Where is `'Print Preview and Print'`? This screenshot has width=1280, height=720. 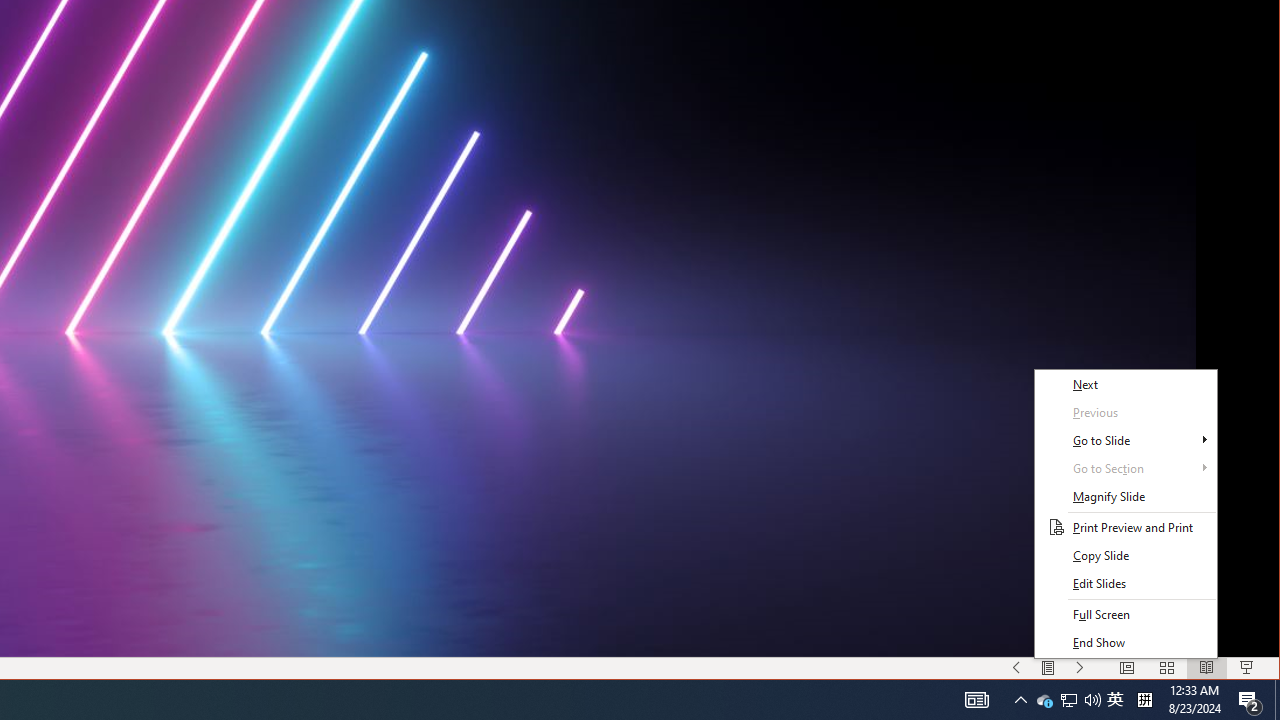 'Print Preview and Print' is located at coordinates (1125, 527).